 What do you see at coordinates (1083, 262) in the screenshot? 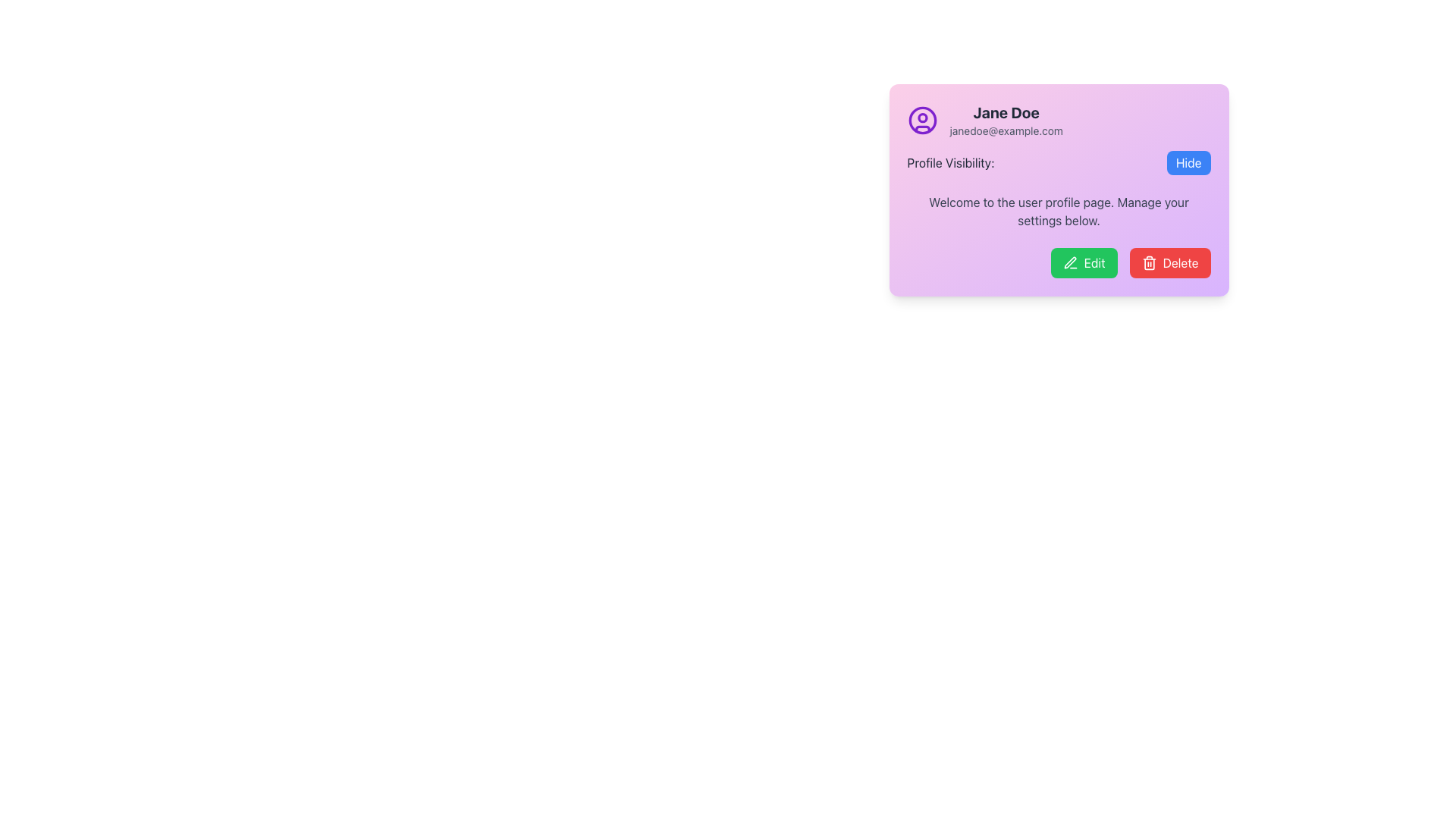
I see `the green 'Edit' button with rounded corners and a pencil icon to observe the hover effect` at bounding box center [1083, 262].